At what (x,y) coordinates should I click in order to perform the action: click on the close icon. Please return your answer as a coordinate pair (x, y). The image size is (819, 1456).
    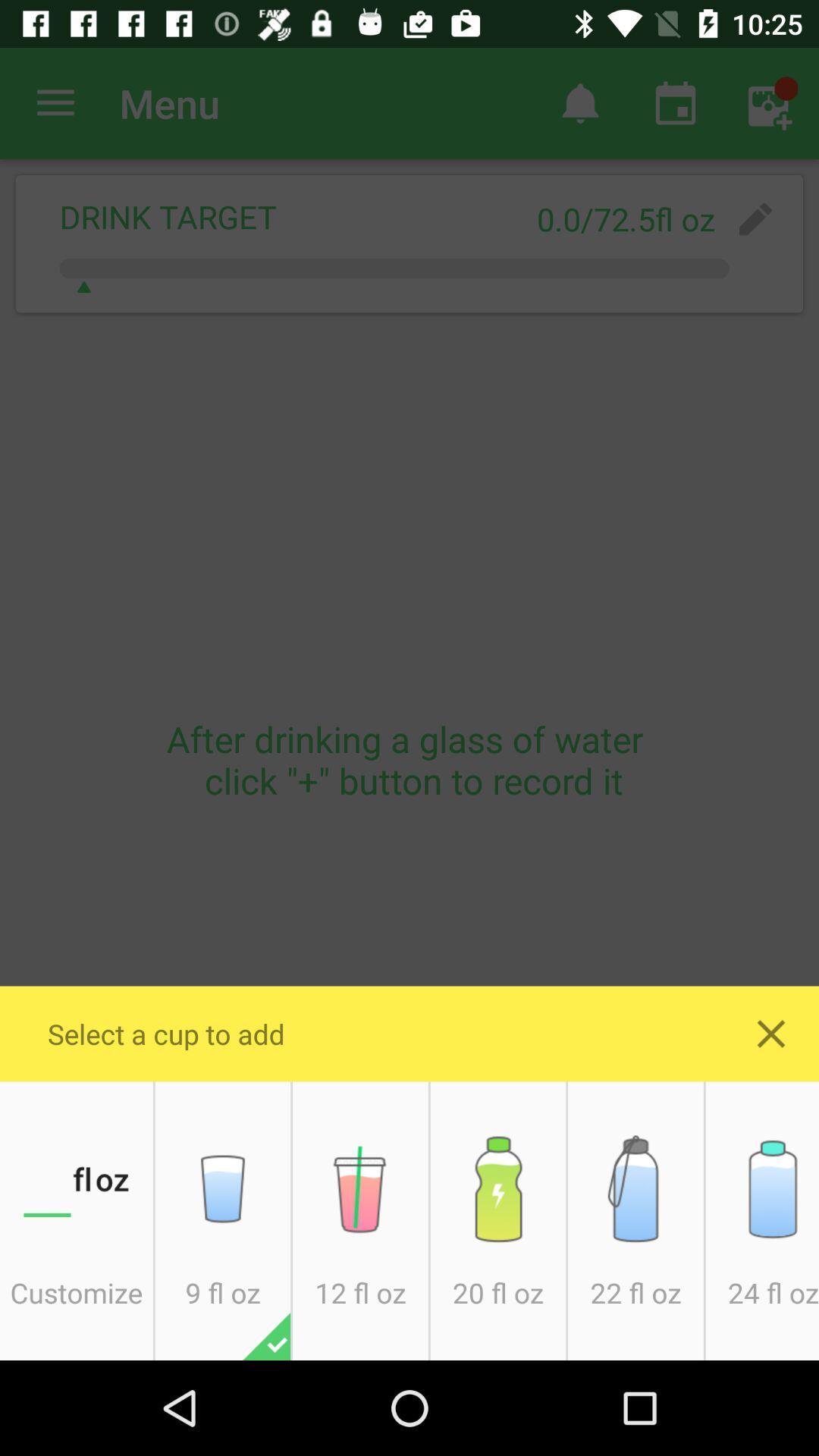
    Looking at the image, I should click on (771, 1033).